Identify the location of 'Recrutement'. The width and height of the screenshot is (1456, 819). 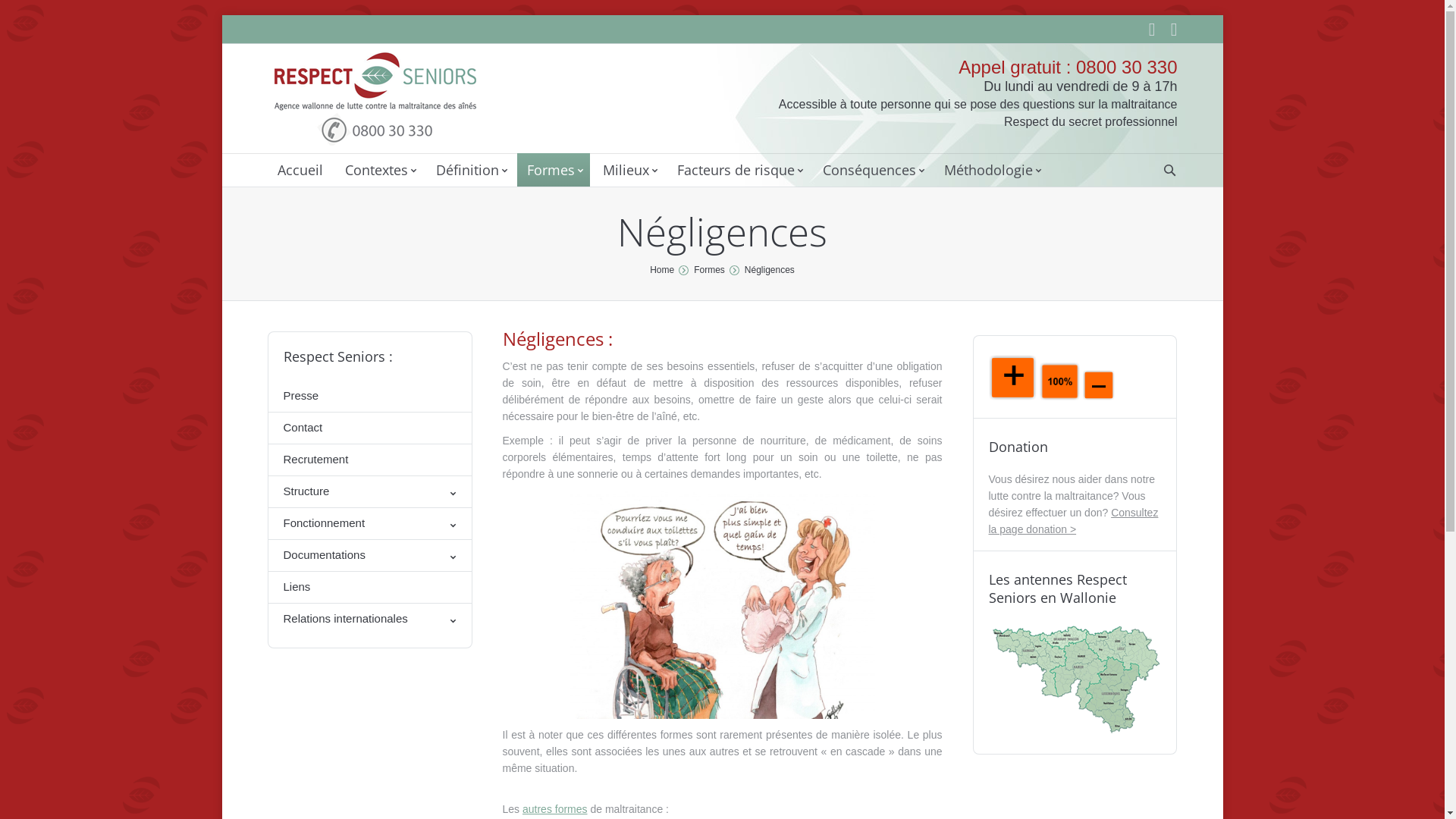
(268, 459).